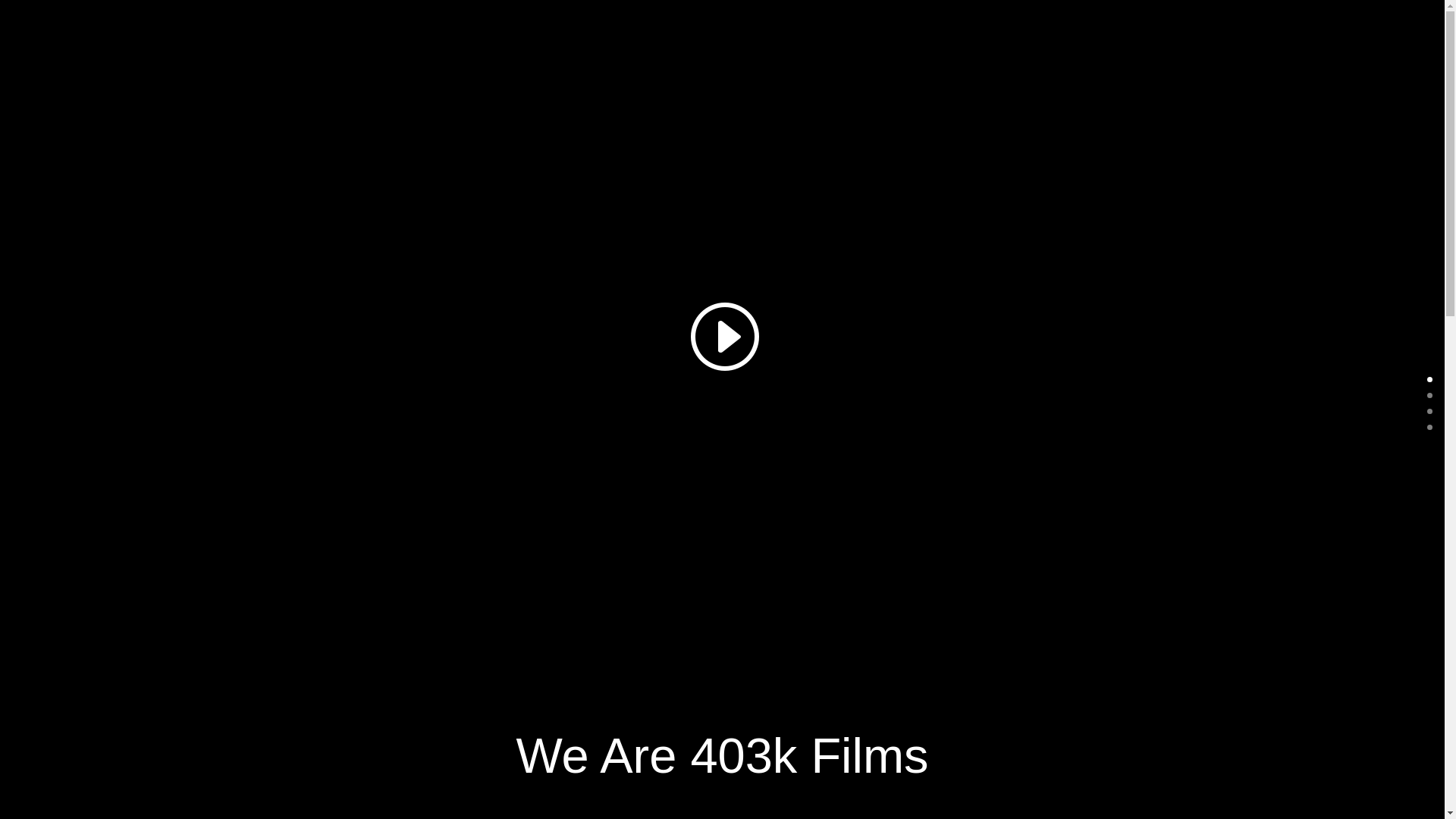 The height and width of the screenshot is (819, 1456). I want to click on '1', so click(1429, 394).